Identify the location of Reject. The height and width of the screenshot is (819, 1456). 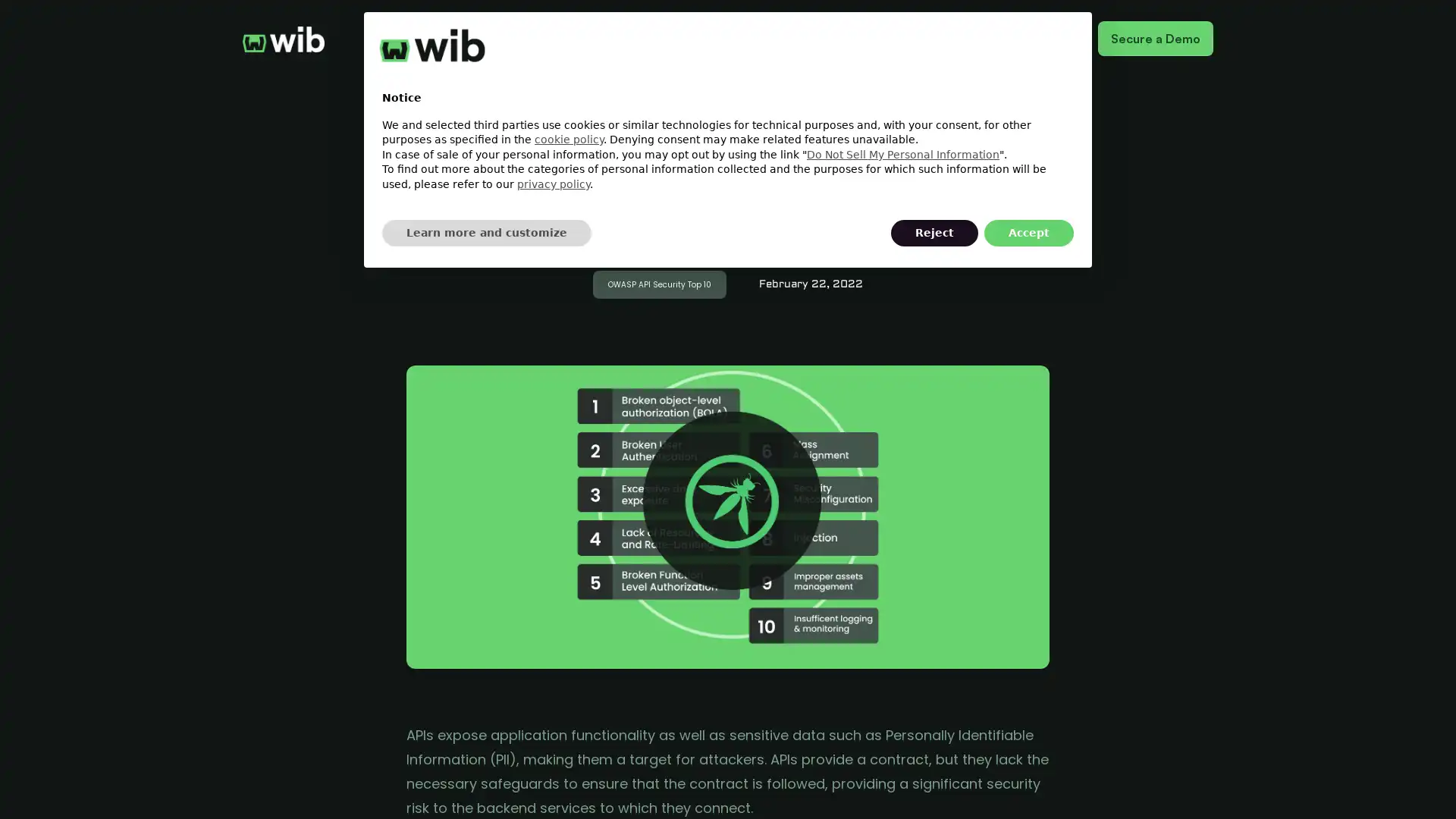
(934, 233).